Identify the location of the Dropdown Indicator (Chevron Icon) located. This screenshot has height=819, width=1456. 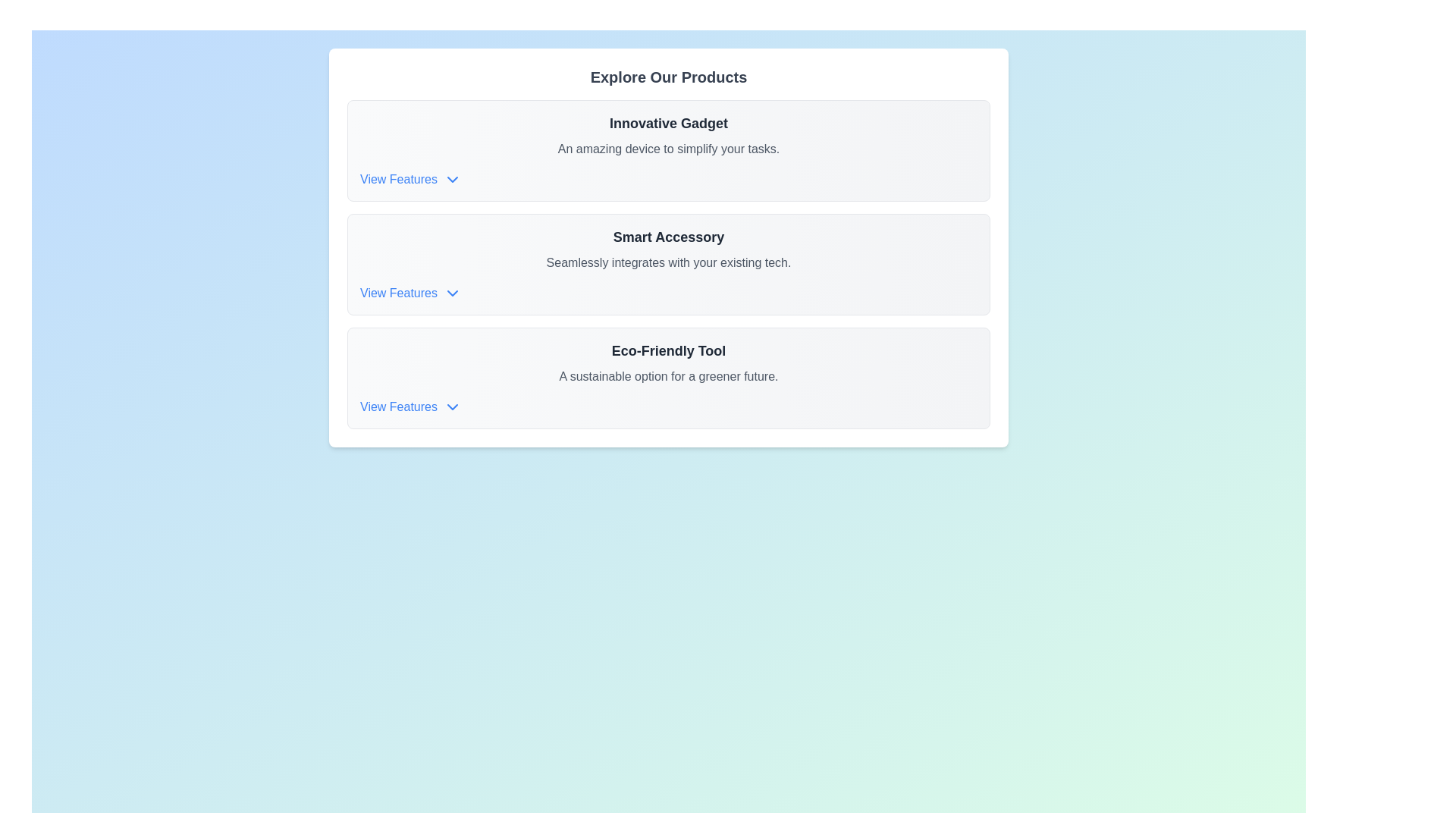
(451, 178).